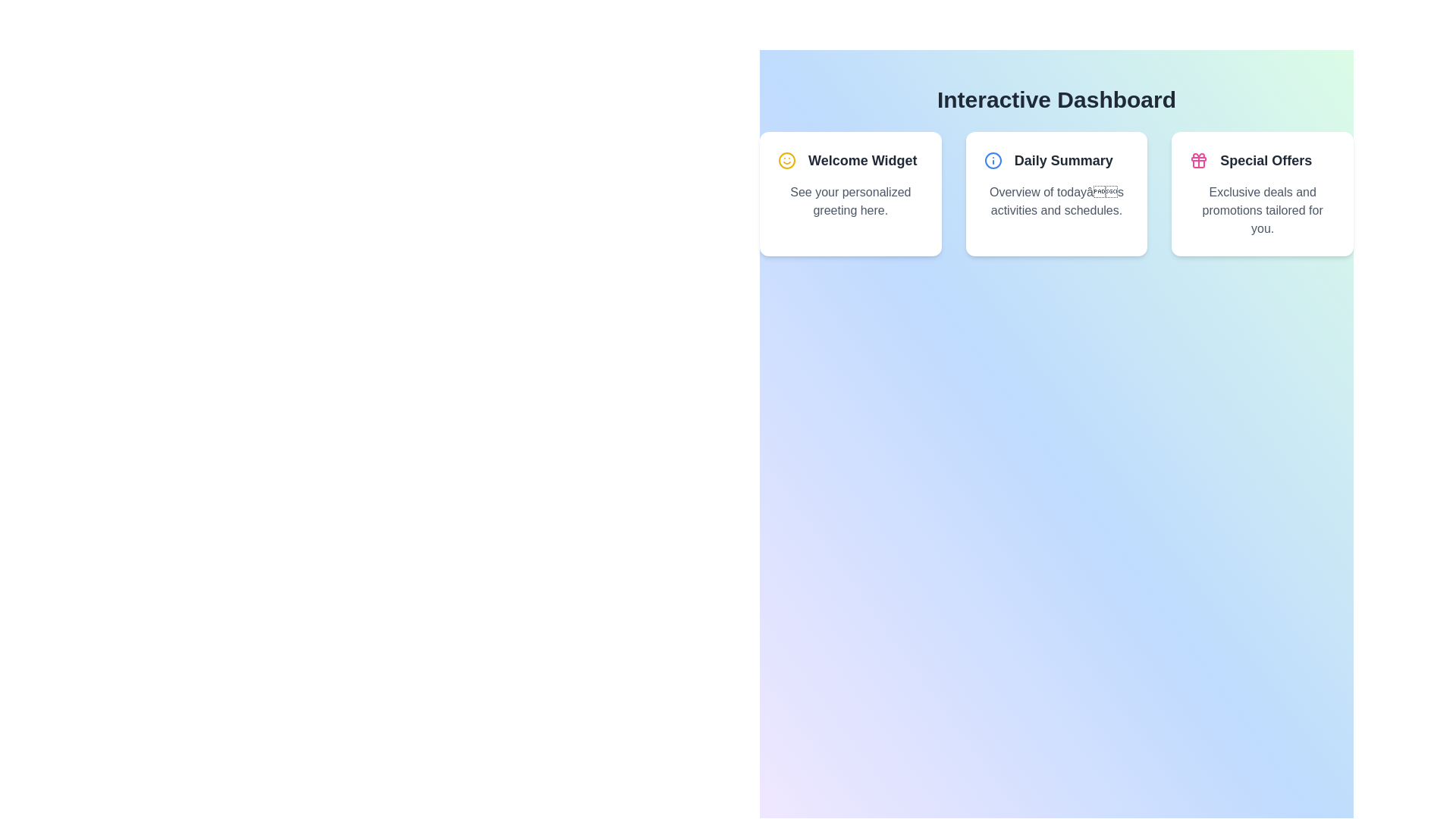 The image size is (1456, 819). I want to click on the 'Daily Summary' text label, so click(1062, 161).